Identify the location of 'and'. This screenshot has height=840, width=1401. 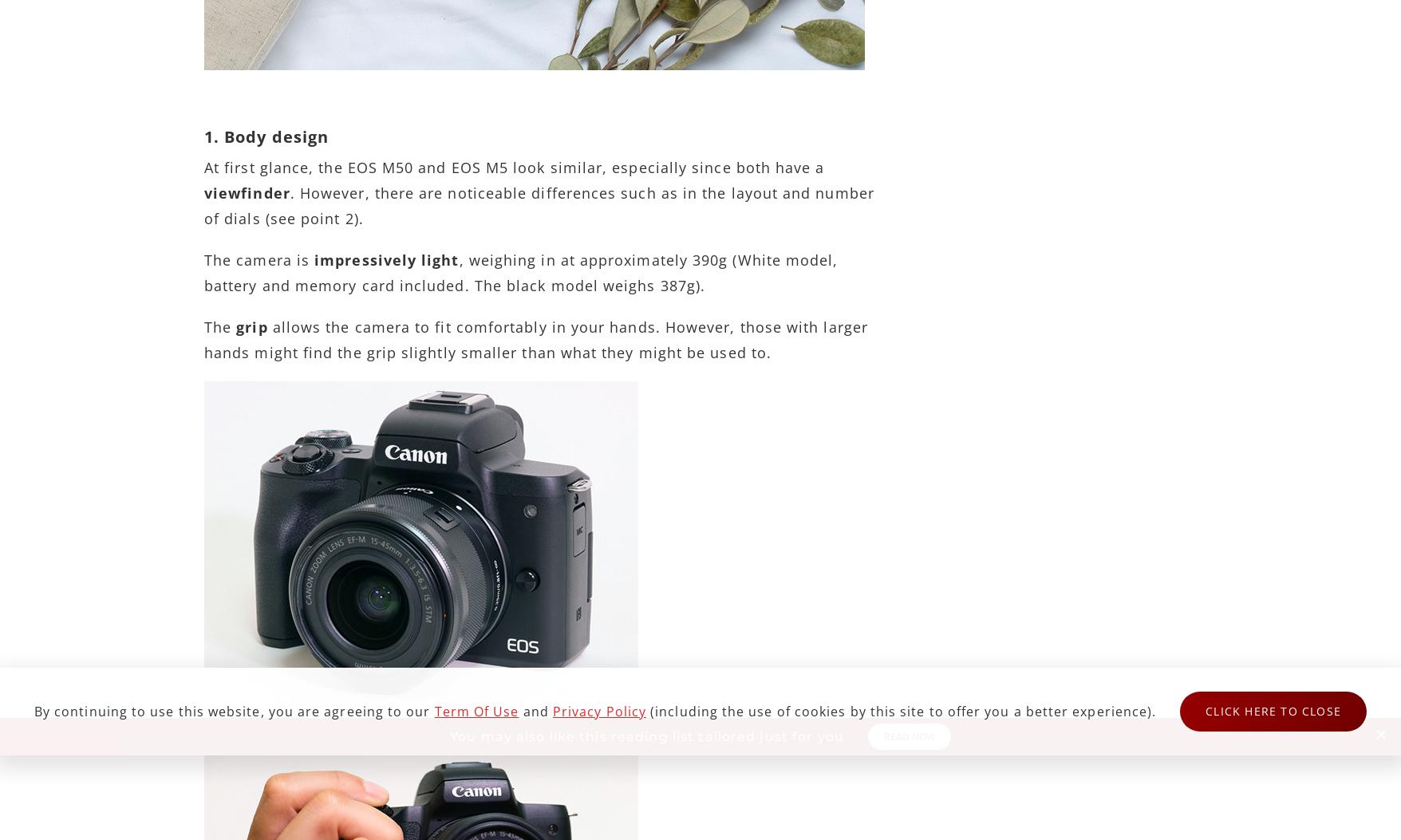
(535, 711).